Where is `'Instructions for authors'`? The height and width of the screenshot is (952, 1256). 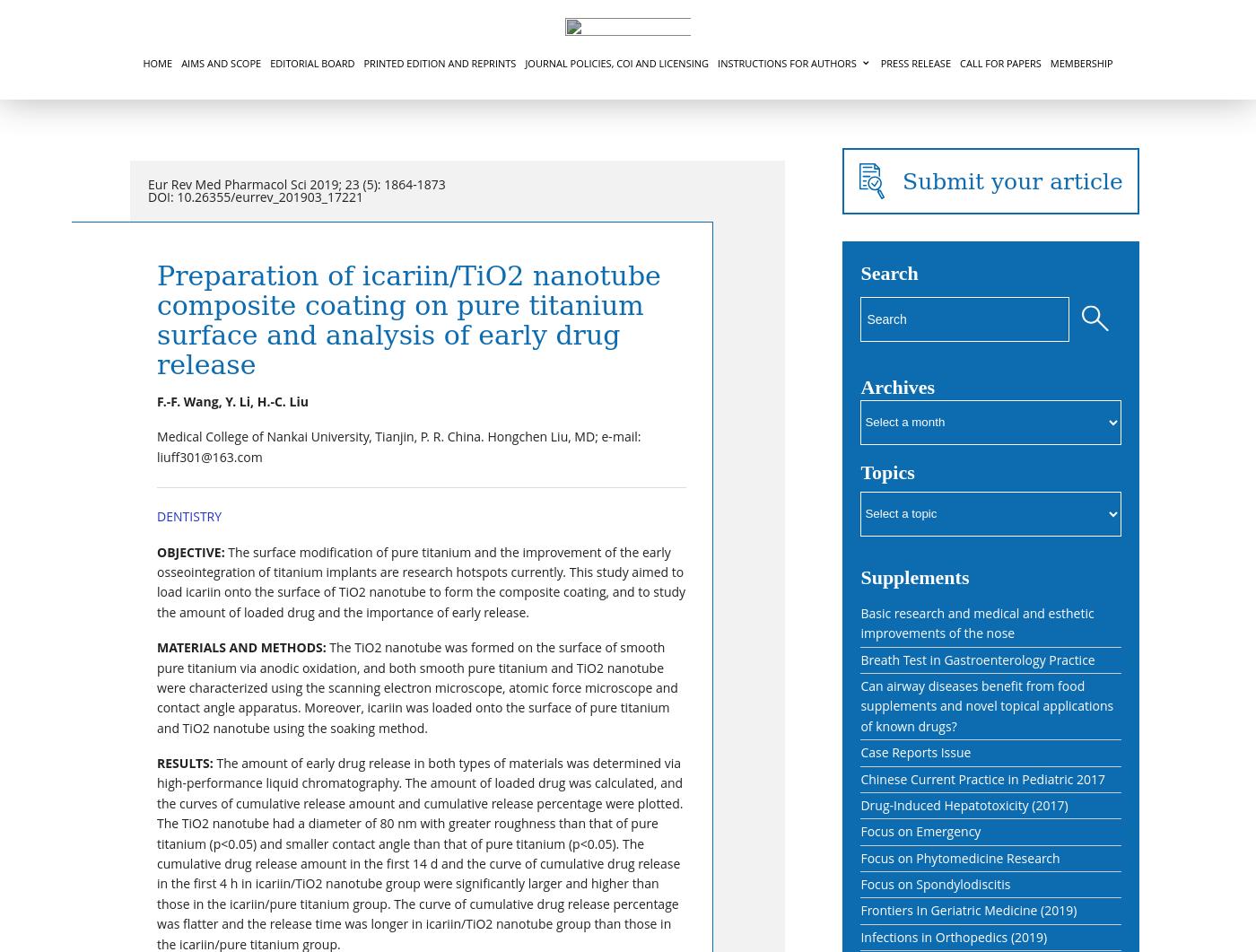
'Instructions for authors' is located at coordinates (785, 63).